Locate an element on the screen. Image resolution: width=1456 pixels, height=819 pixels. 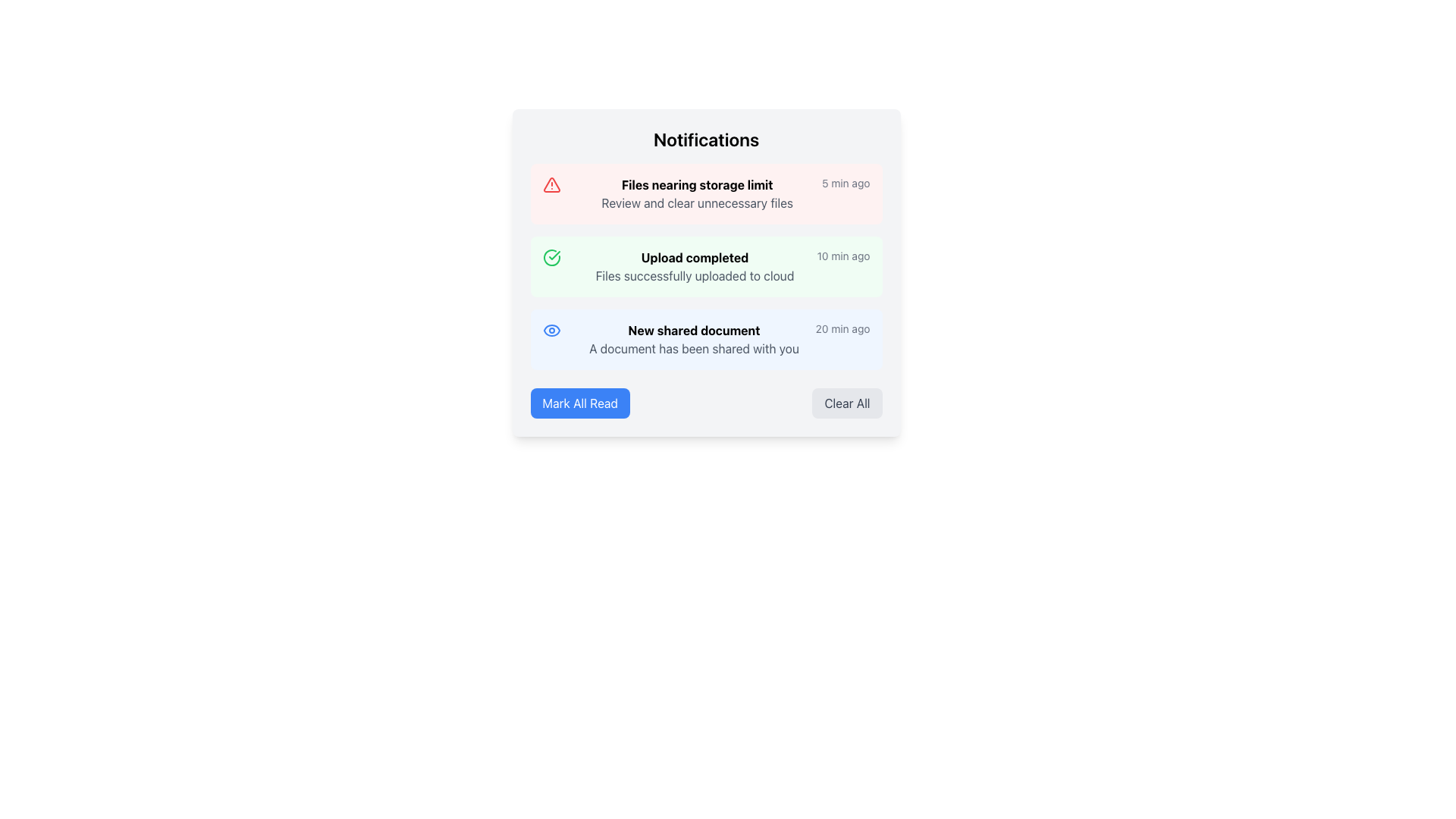
the blue 'Mark All Read' button with a white label, located at the bottom left corner of the notifications card is located at coordinates (579, 403).